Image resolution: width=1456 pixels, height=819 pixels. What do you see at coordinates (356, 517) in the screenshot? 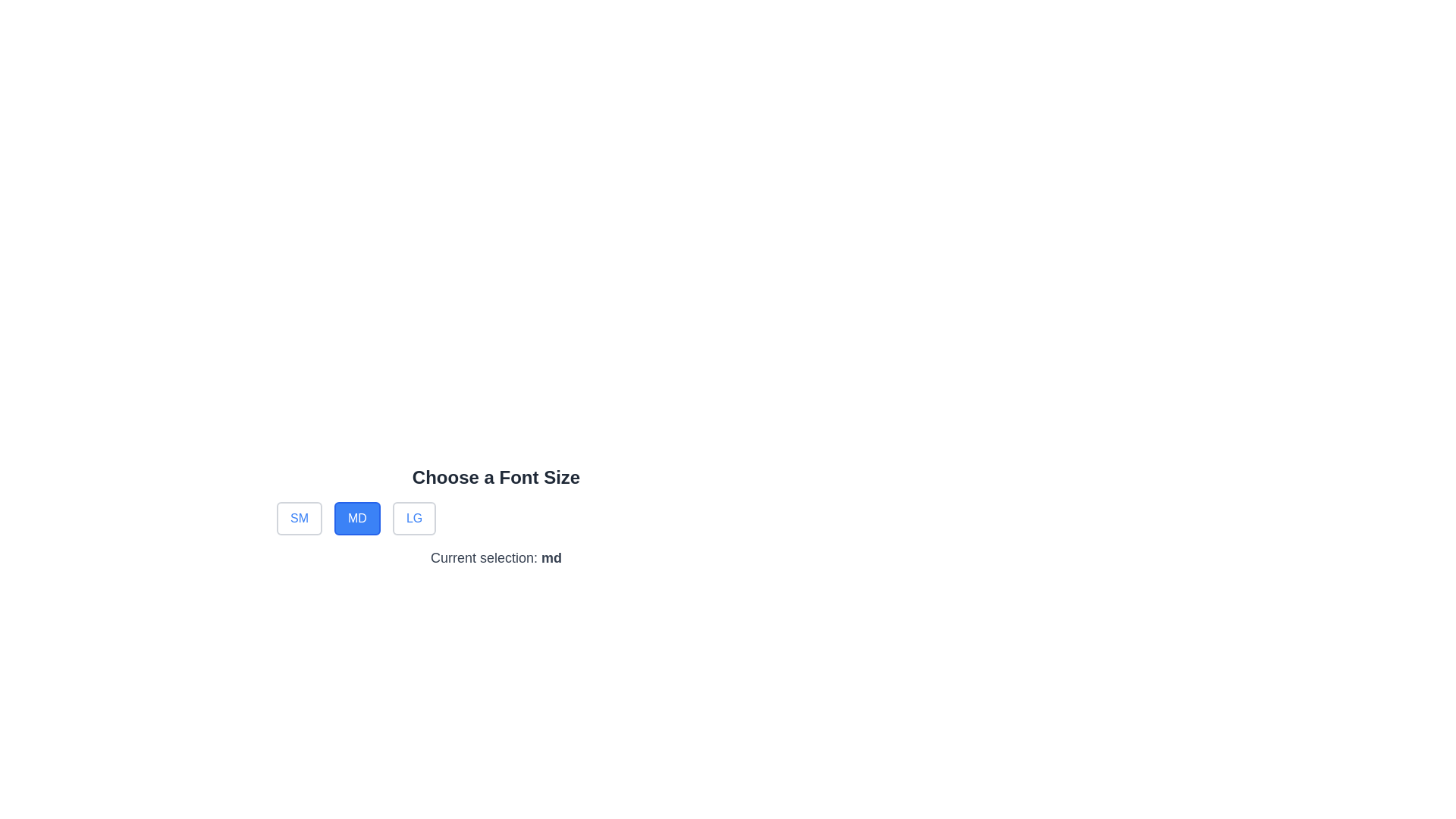
I see `the blue rectangular button labeled 'MD' to trigger a tooltip or highlight effect, positioned between the 'SM' and 'LG' buttons in the 'Choose a Font Size' group` at bounding box center [356, 517].